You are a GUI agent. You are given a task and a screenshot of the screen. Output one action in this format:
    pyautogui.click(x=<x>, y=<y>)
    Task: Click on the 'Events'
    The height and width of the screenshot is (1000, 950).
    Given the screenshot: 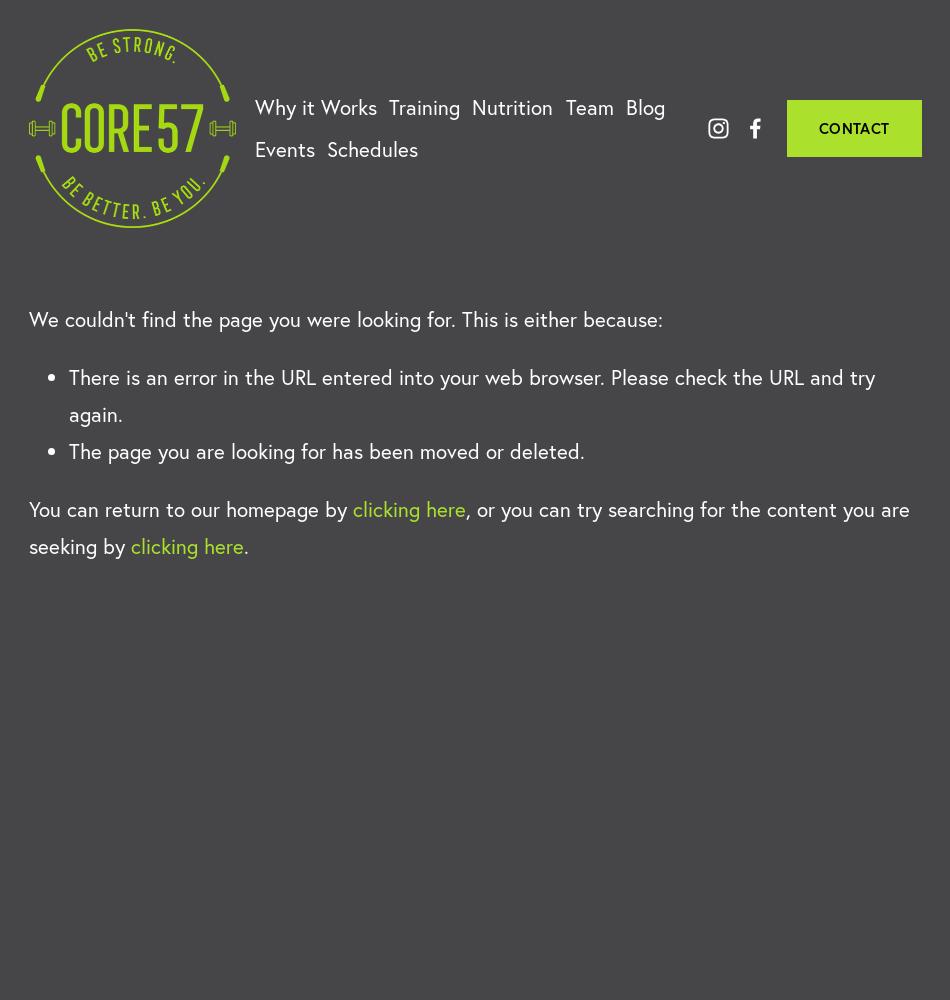 What is the action you would take?
    pyautogui.click(x=282, y=148)
    